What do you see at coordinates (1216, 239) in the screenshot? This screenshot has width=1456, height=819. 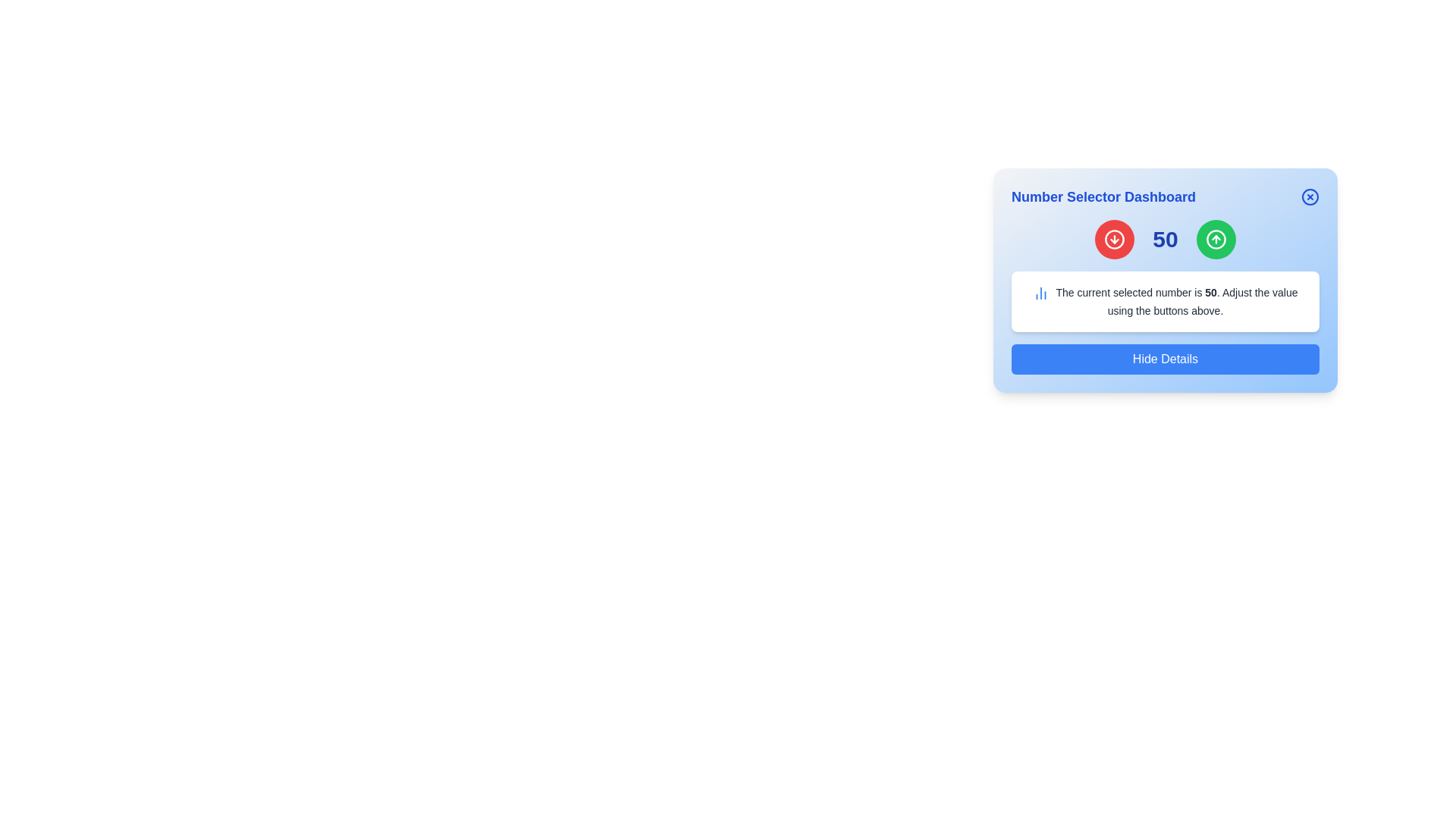 I see `the SVG circle graphic element that is part of an upward arrow design within the right-side control button, located to the right of the number '50'` at bounding box center [1216, 239].